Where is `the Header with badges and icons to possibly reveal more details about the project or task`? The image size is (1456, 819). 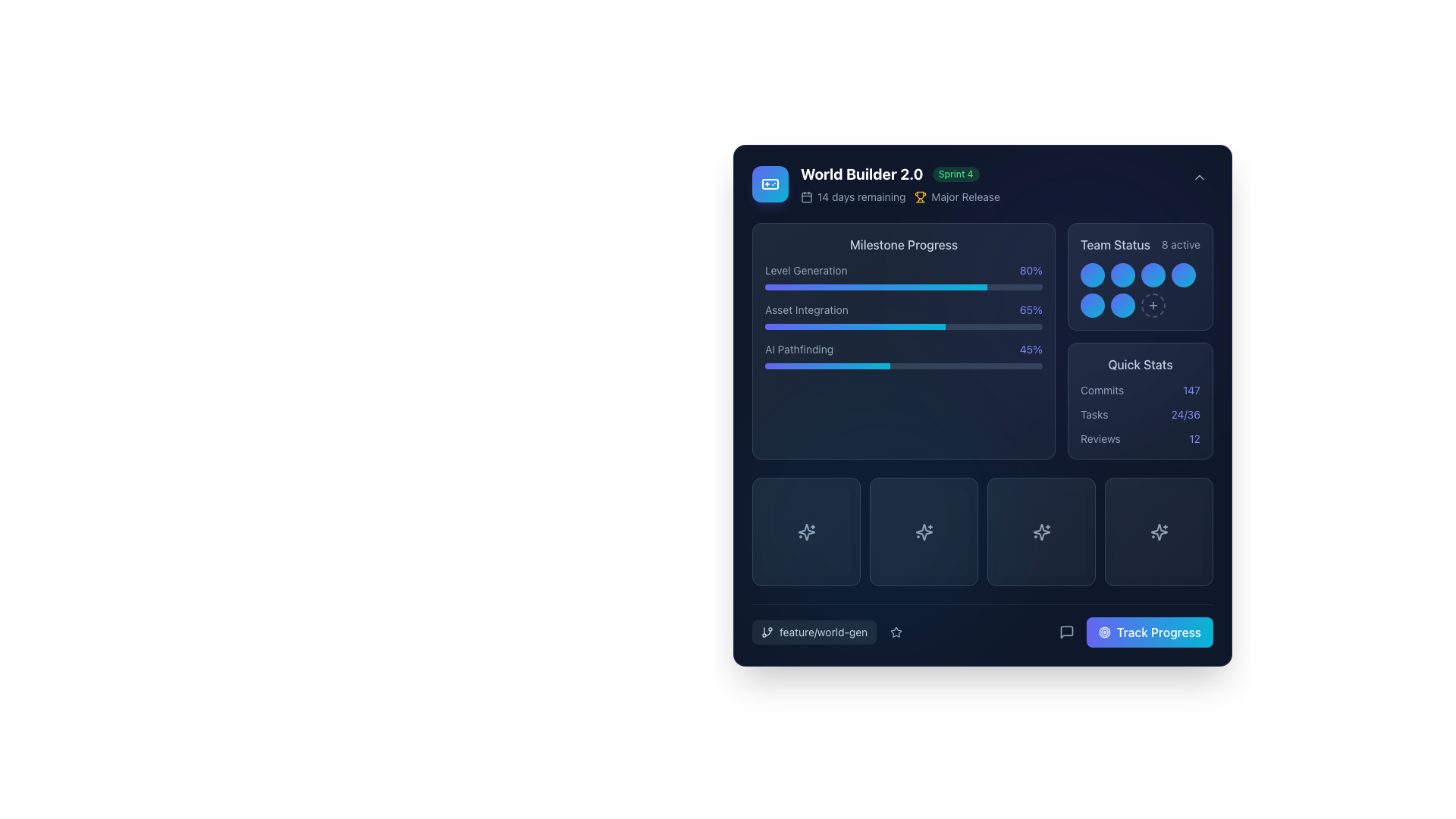
the Header with badges and icons to possibly reveal more details about the project or task is located at coordinates (876, 184).